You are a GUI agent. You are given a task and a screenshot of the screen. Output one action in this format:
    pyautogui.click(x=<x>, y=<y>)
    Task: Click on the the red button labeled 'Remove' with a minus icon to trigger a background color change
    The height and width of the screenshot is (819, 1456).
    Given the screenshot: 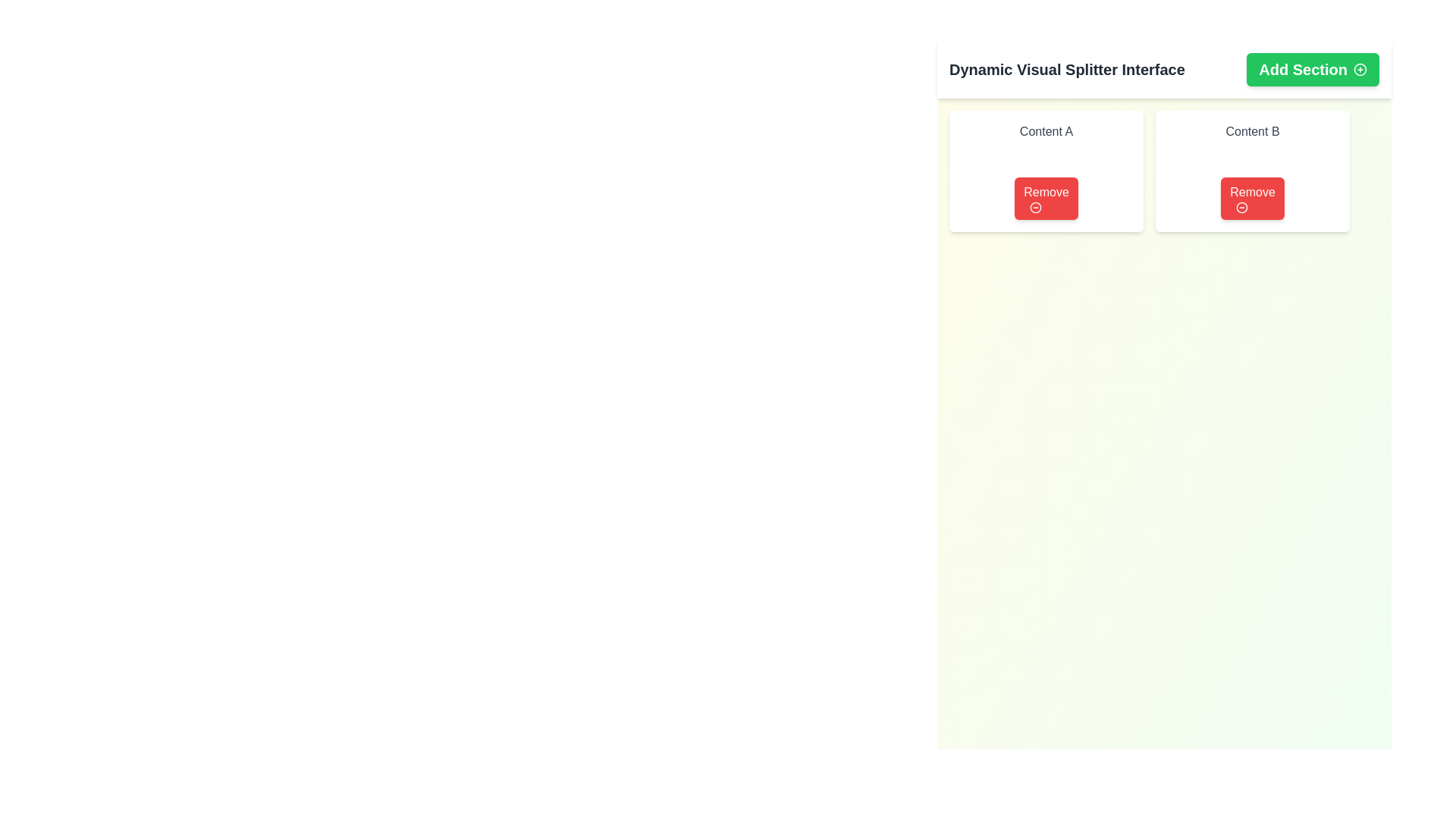 What is the action you would take?
    pyautogui.click(x=1252, y=198)
    